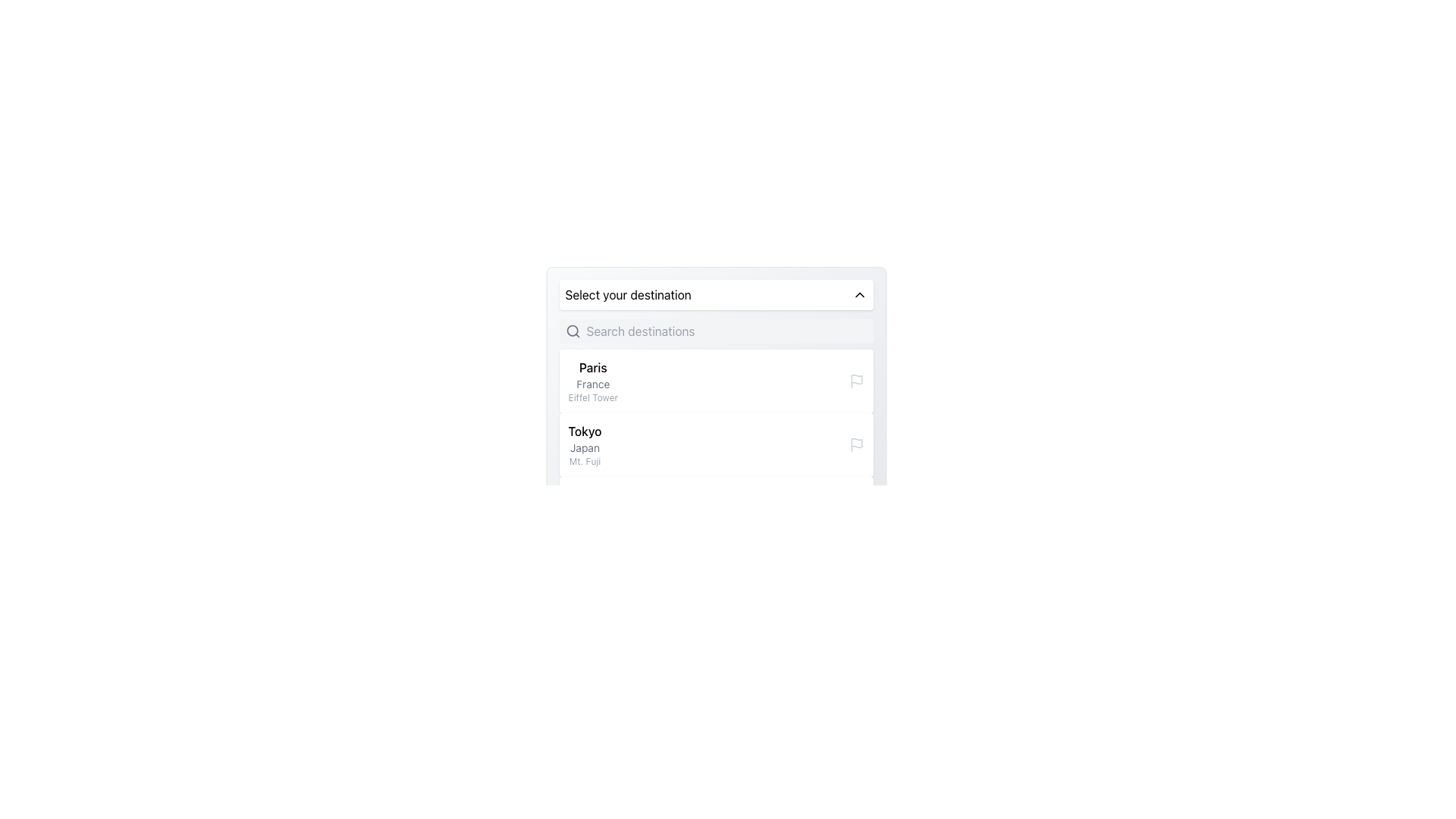  Describe the element at coordinates (592, 397) in the screenshot. I see `the non-interactive text label providing additional information about 'Paris, France', located below the 'France' label` at that location.